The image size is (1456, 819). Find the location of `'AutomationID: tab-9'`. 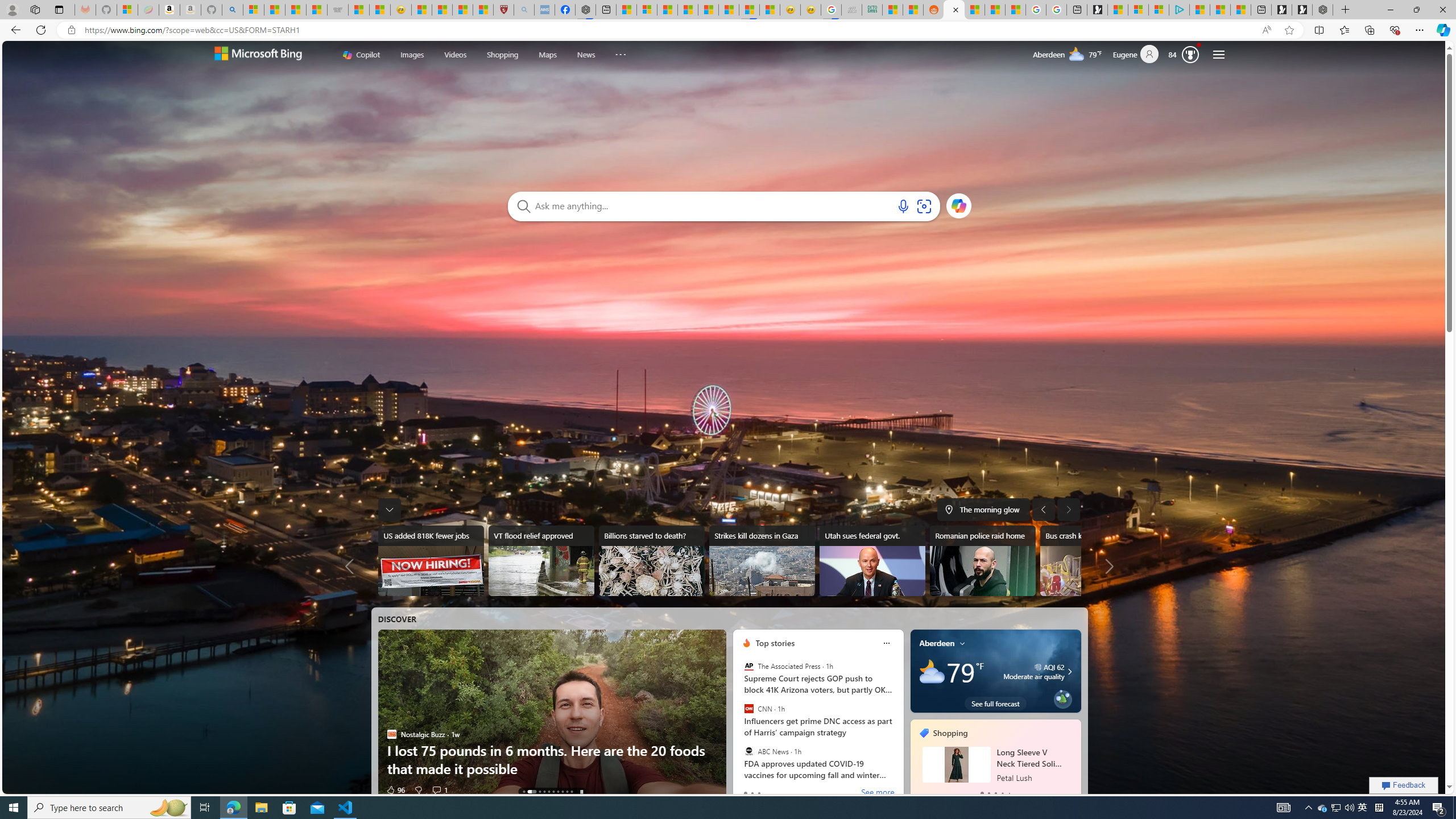

'AutomationID: tab-9' is located at coordinates (570, 791).